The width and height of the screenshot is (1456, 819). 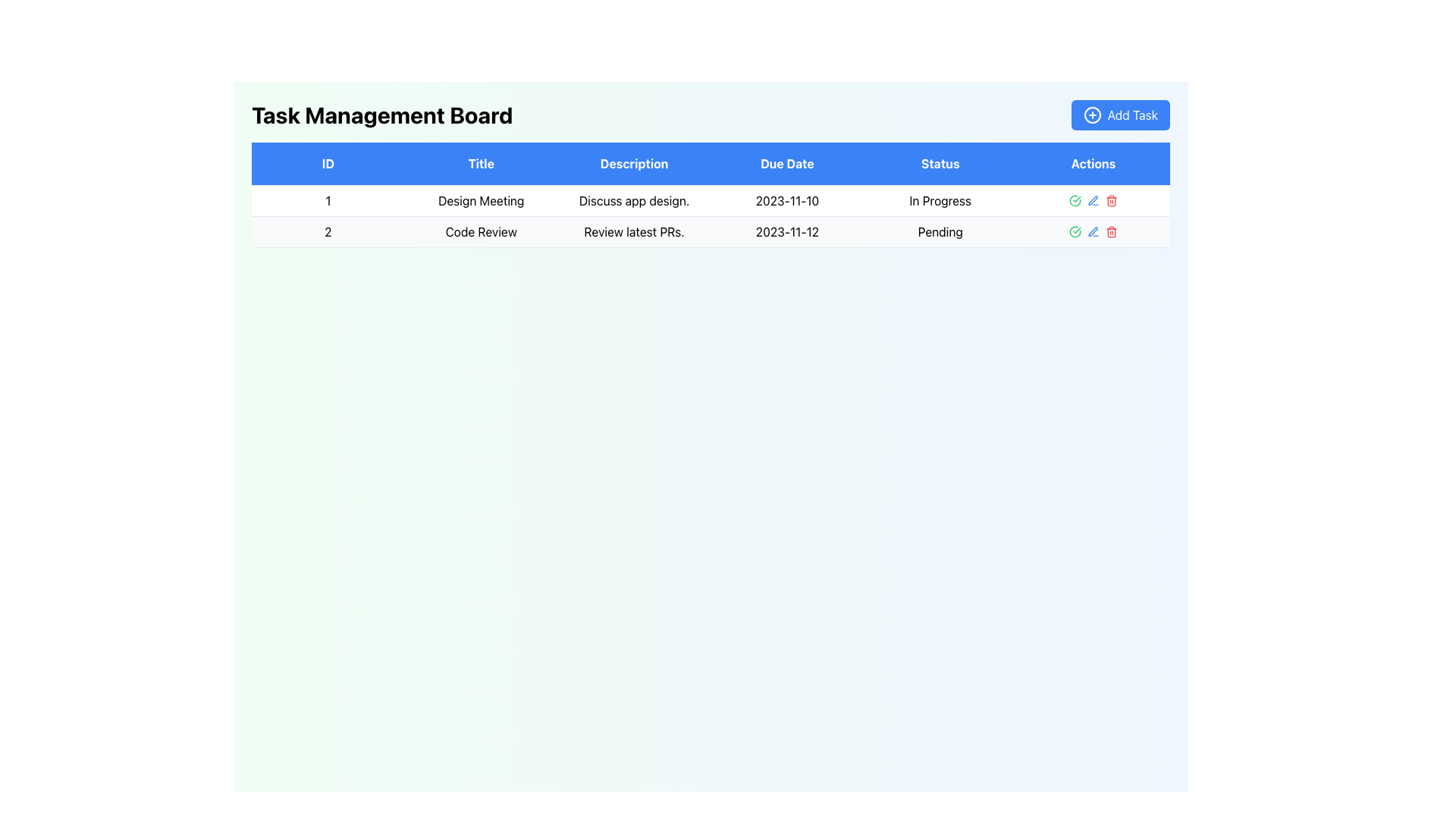 What do you see at coordinates (1120, 114) in the screenshot?
I see `the 'Add Task' button located in the top-right corner of the 'Task Management Board' header to initiate adding a task` at bounding box center [1120, 114].